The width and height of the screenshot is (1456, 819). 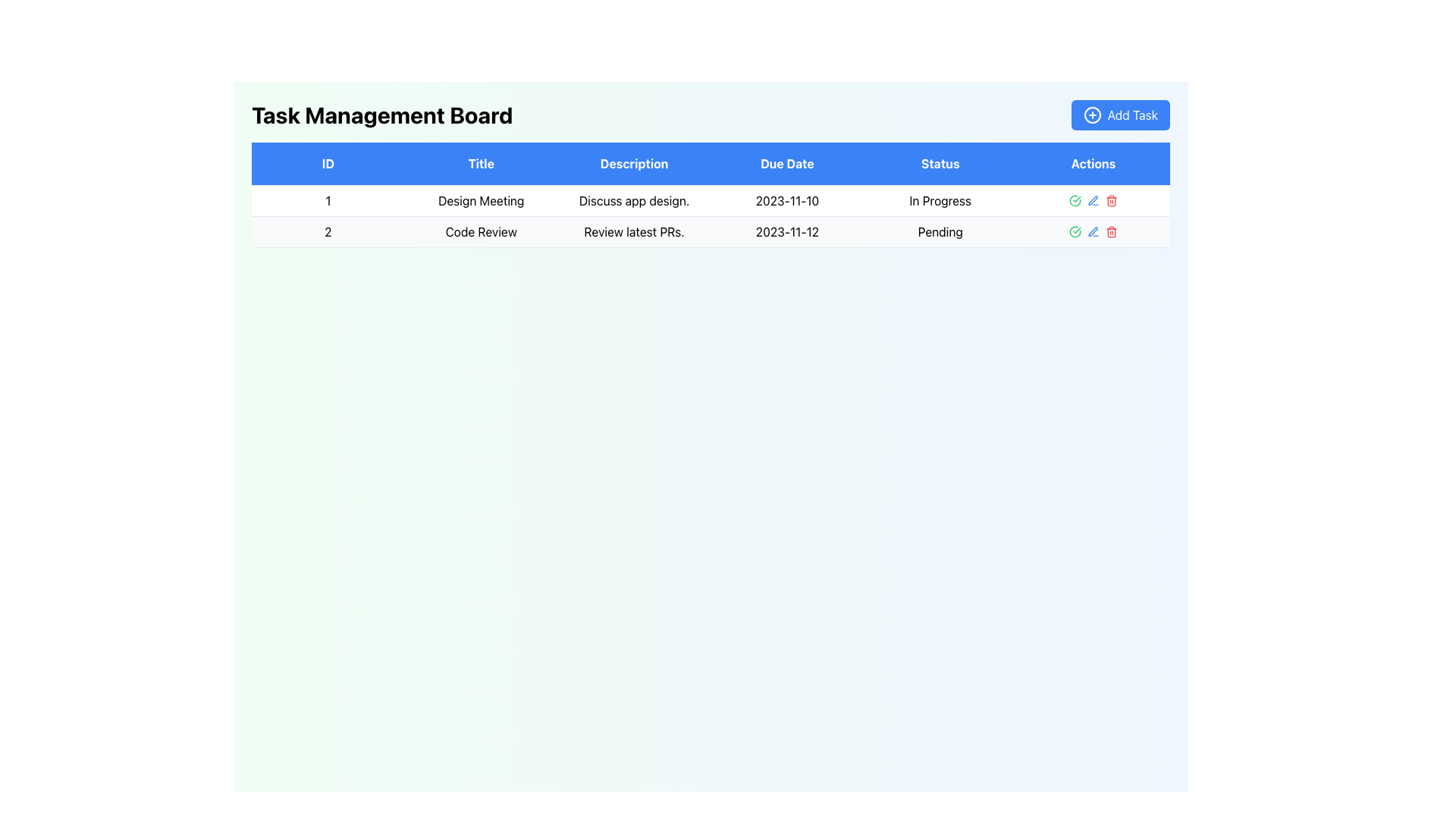 What do you see at coordinates (1120, 114) in the screenshot?
I see `the 'Add Task' button located in the top-right corner of the 'Task Management Board' header to initiate adding a task` at bounding box center [1120, 114].